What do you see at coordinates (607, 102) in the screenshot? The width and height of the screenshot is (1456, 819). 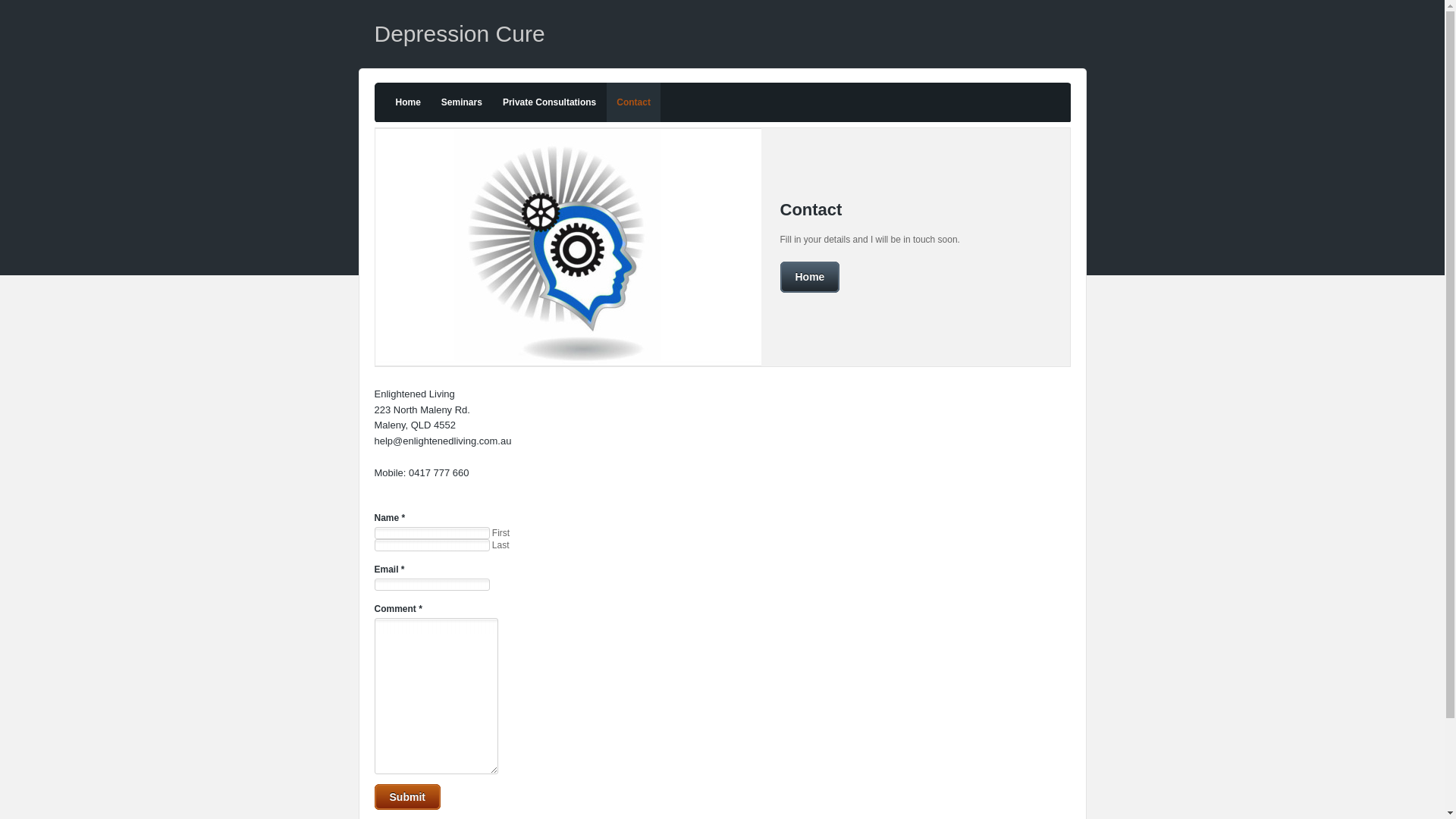 I see `'Contact'` at bounding box center [607, 102].